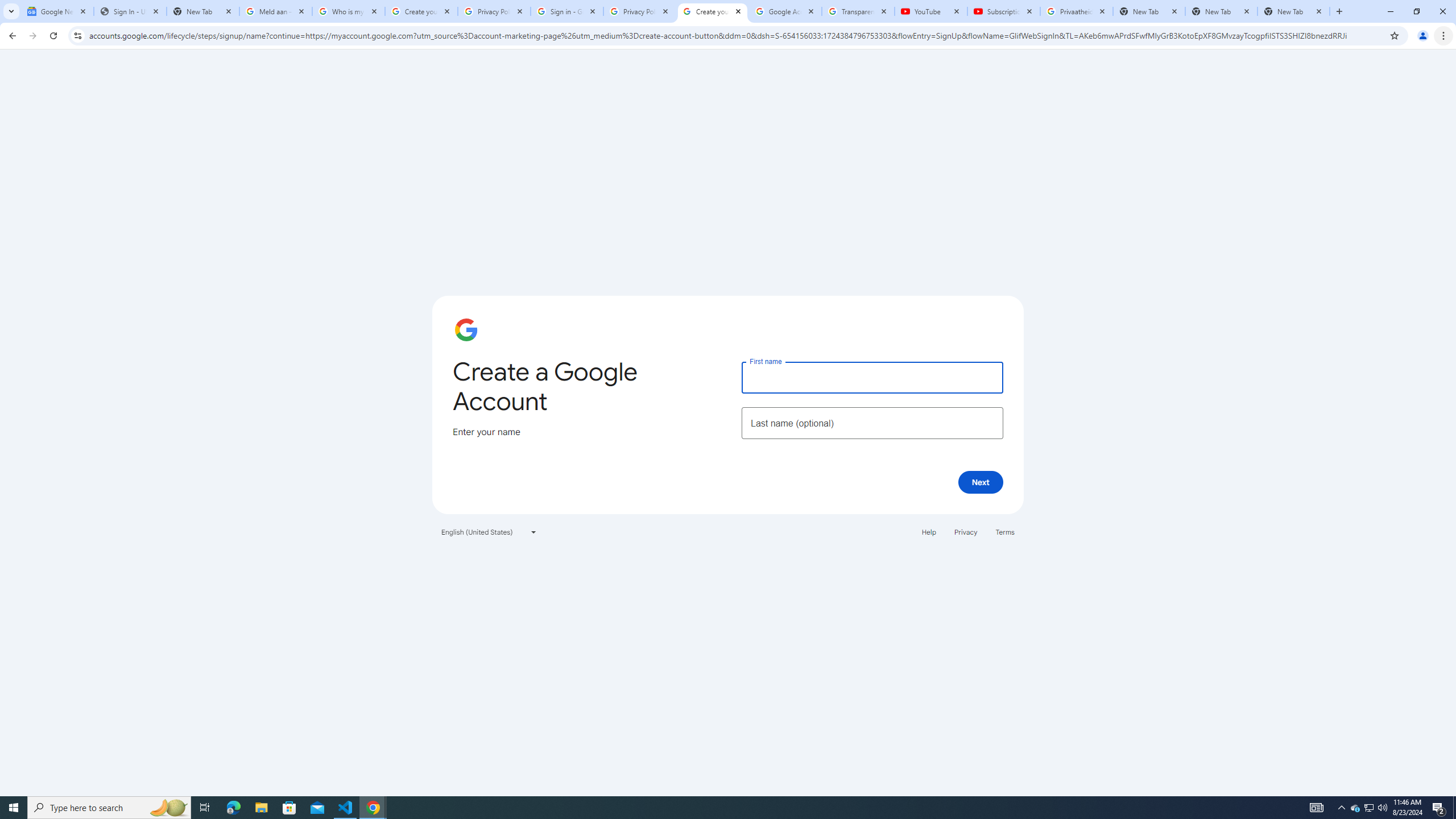 The width and height of the screenshot is (1456, 819). I want to click on 'Address and search bar', so click(735, 35).